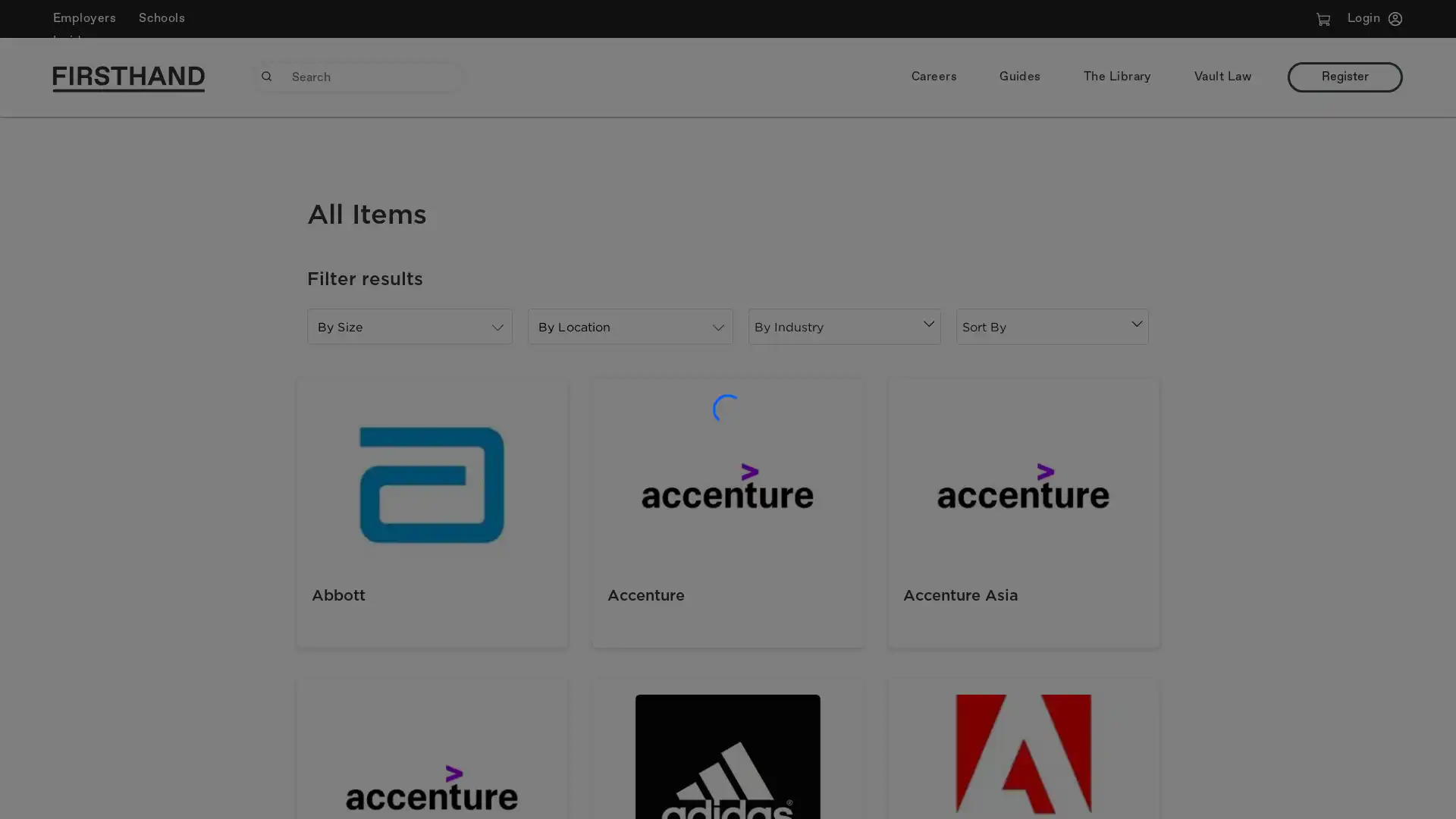  Describe the element at coordinates (1051, 325) in the screenshot. I see `Sort By` at that location.